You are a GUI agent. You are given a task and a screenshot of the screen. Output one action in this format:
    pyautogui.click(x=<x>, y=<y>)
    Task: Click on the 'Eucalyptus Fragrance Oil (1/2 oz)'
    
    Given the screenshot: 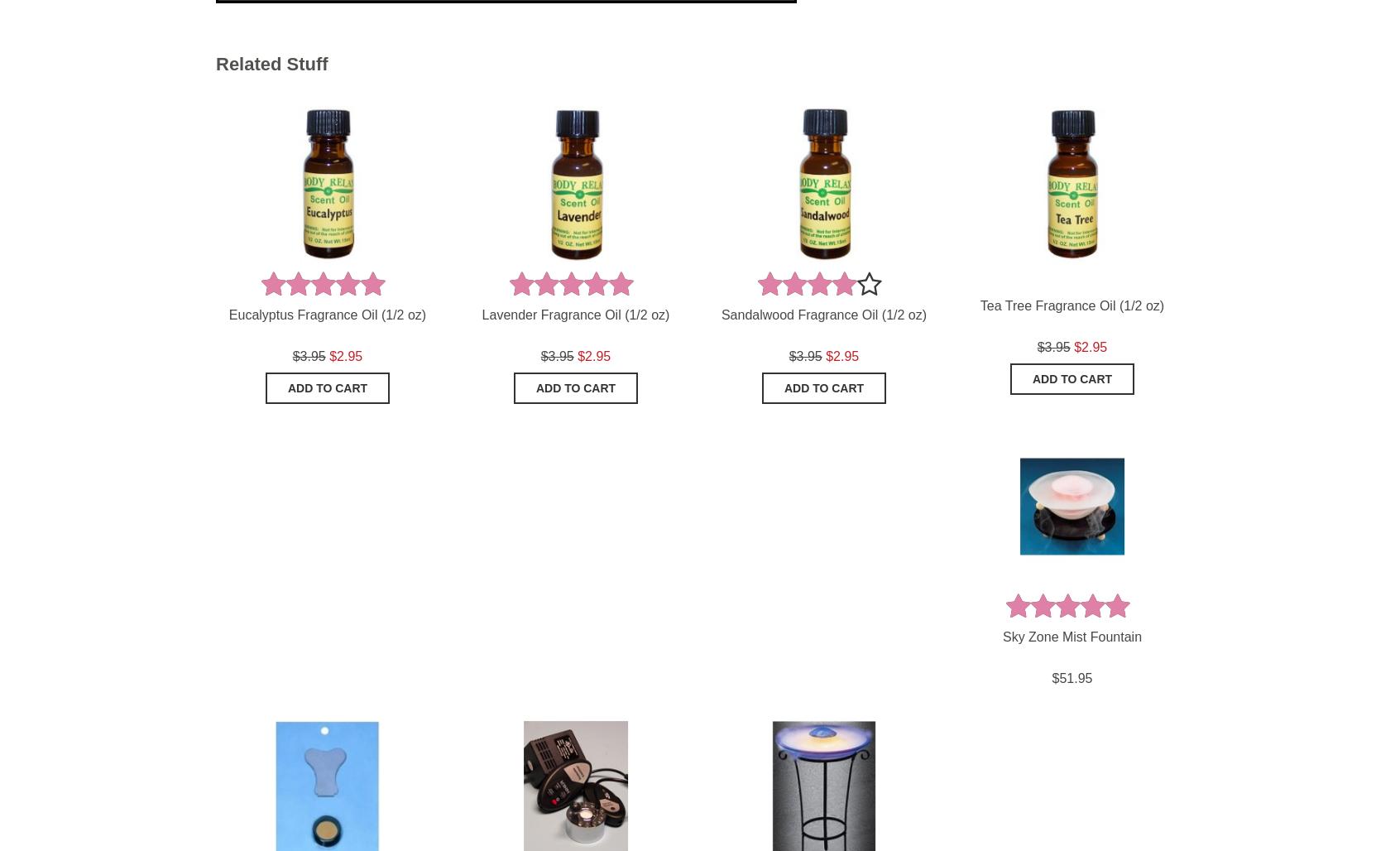 What is the action you would take?
    pyautogui.click(x=327, y=313)
    